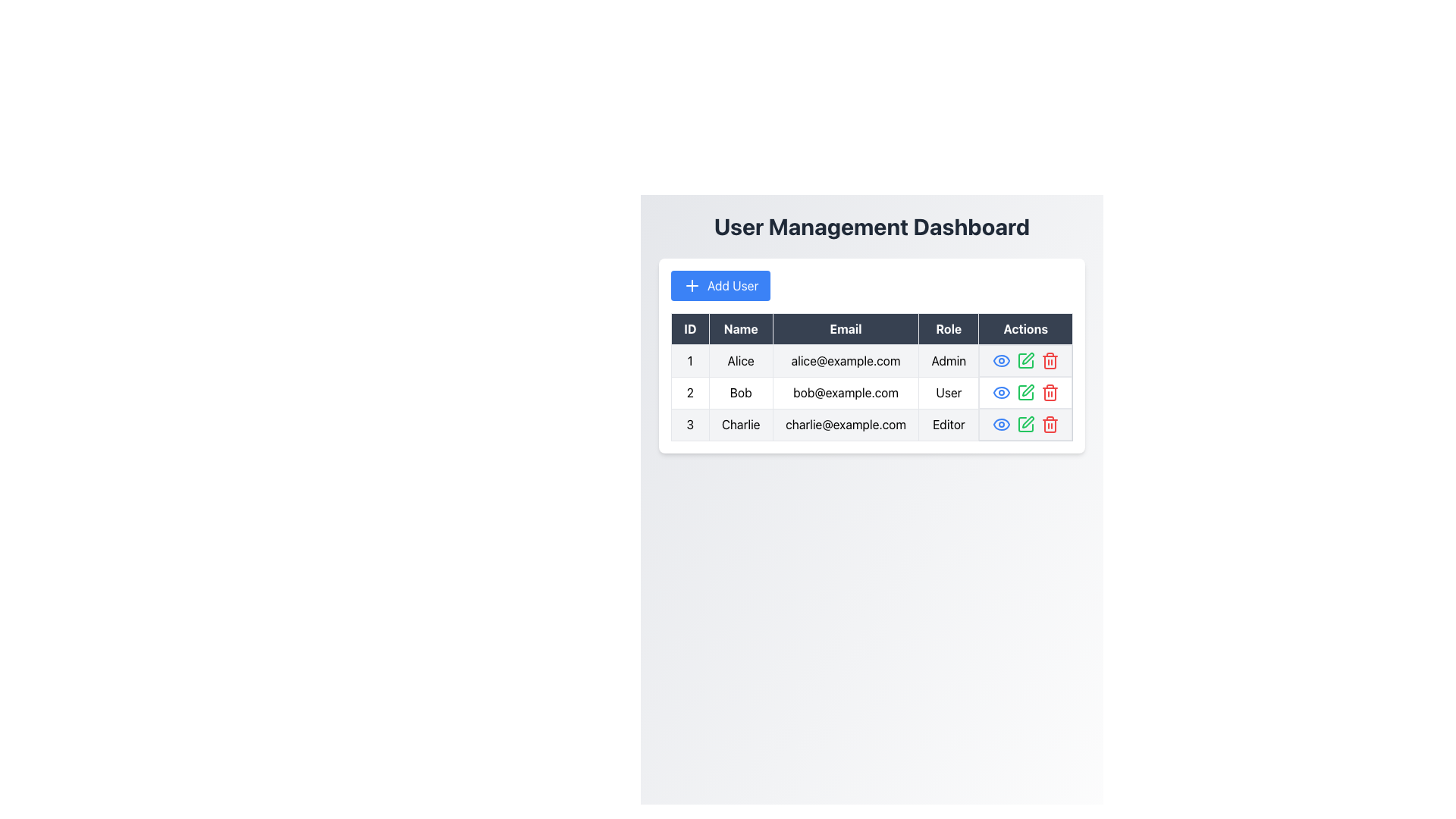 The width and height of the screenshot is (1456, 819). Describe the element at coordinates (1025, 360) in the screenshot. I see `the edit button in the actions column for user 'Alice'` at that location.